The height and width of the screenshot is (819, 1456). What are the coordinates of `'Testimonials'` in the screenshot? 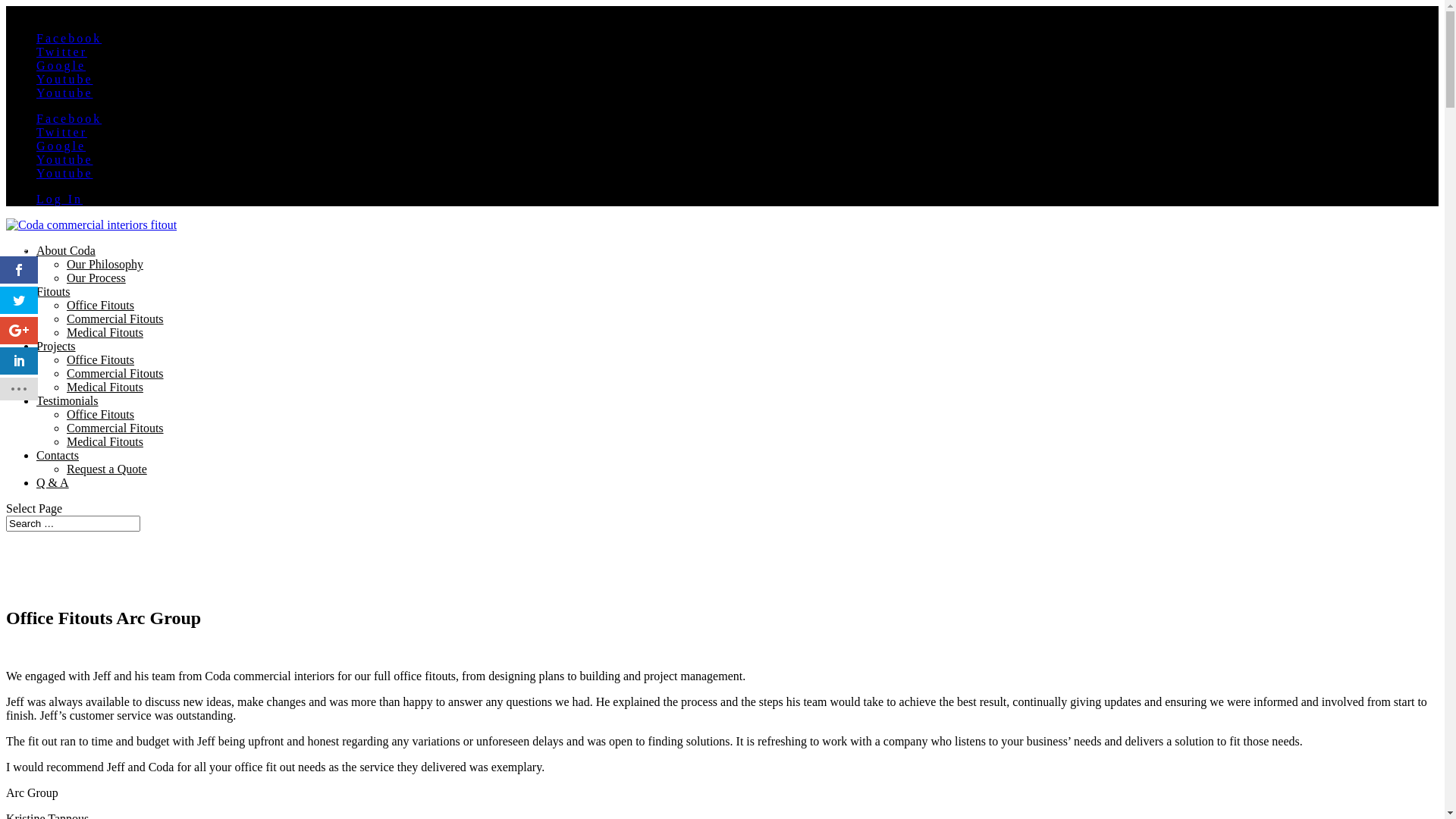 It's located at (67, 400).